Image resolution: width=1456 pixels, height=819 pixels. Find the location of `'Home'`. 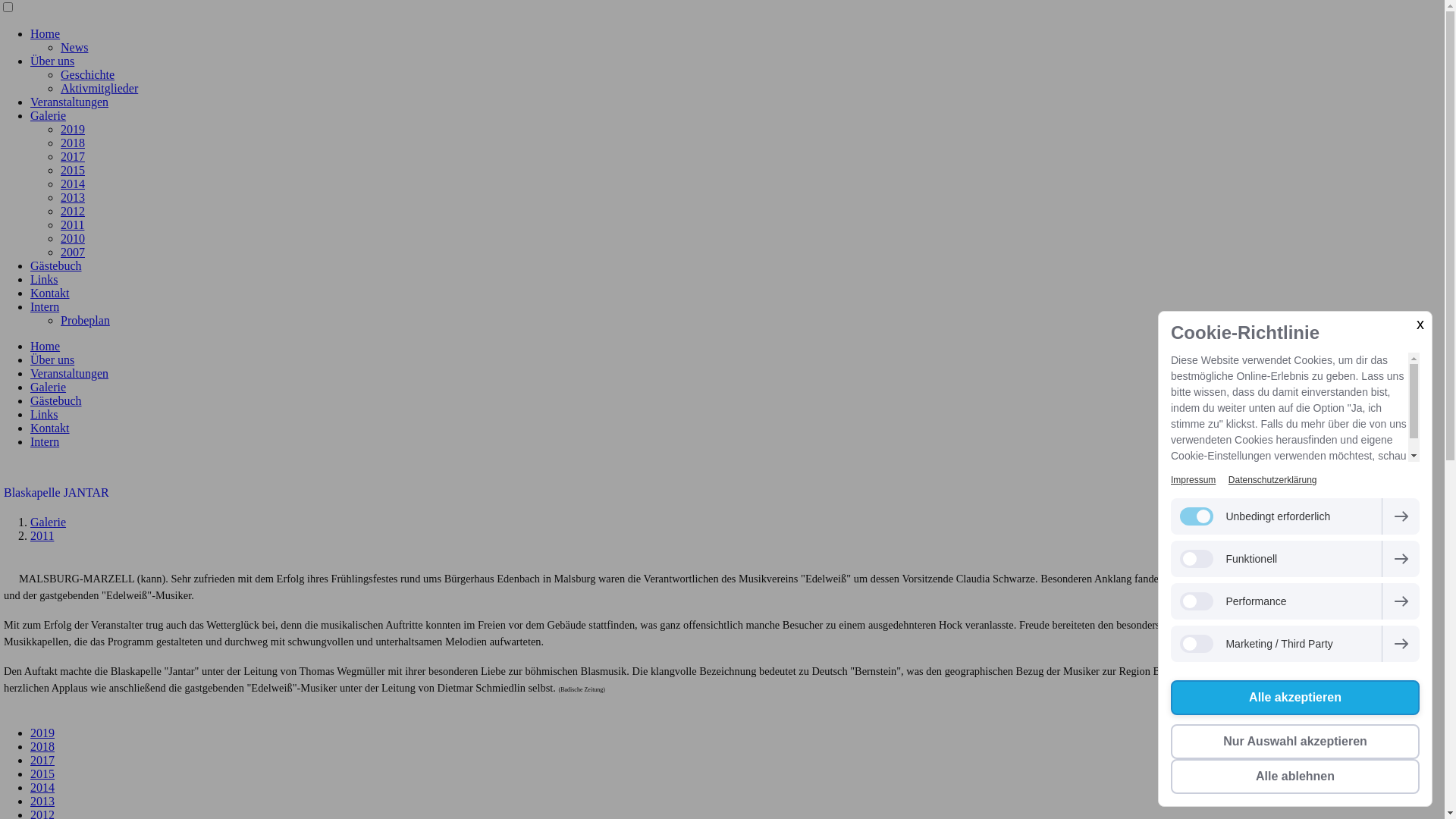

'Home' is located at coordinates (45, 33).